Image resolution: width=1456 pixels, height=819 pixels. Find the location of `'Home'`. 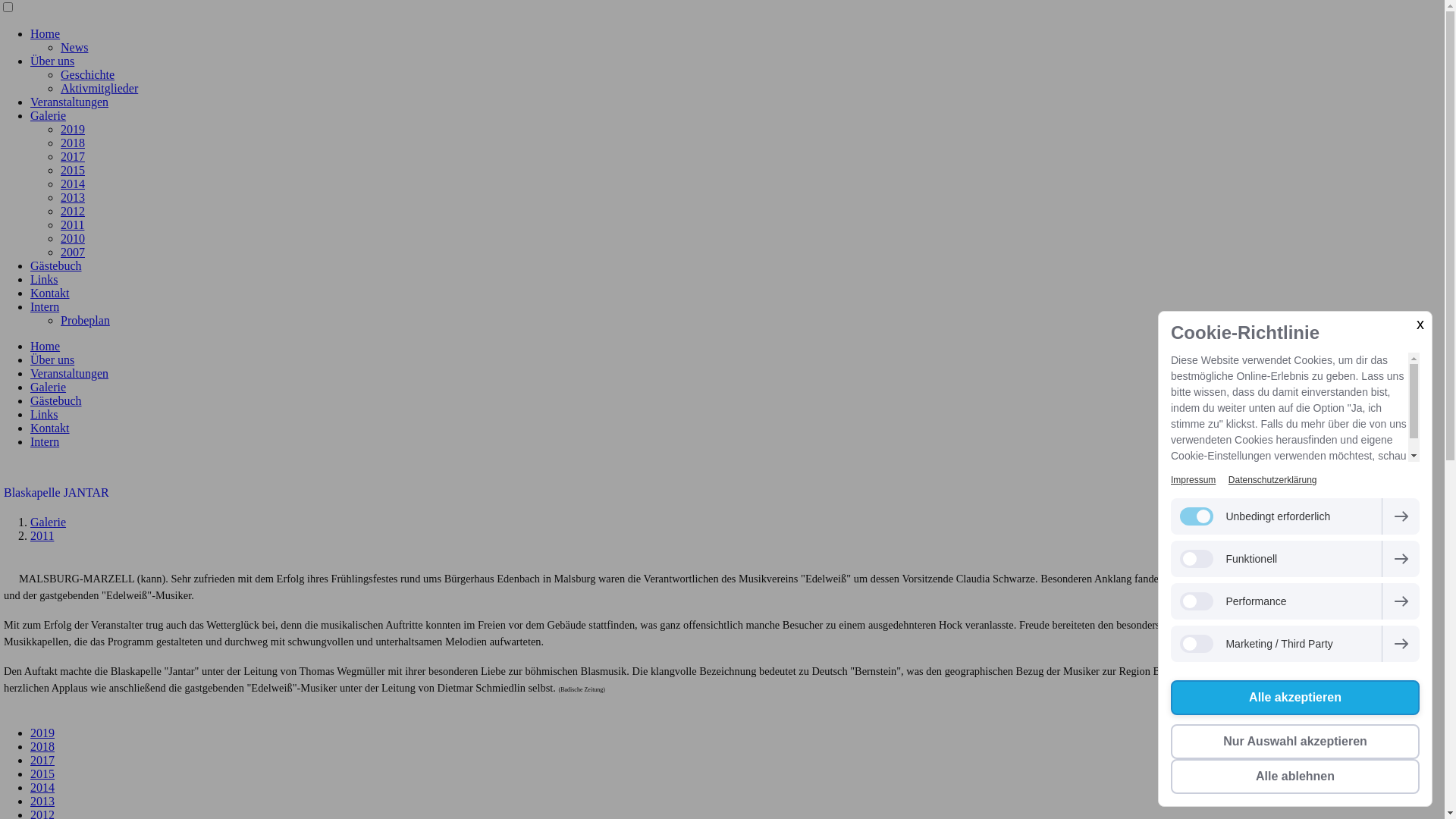

'Home' is located at coordinates (45, 33).